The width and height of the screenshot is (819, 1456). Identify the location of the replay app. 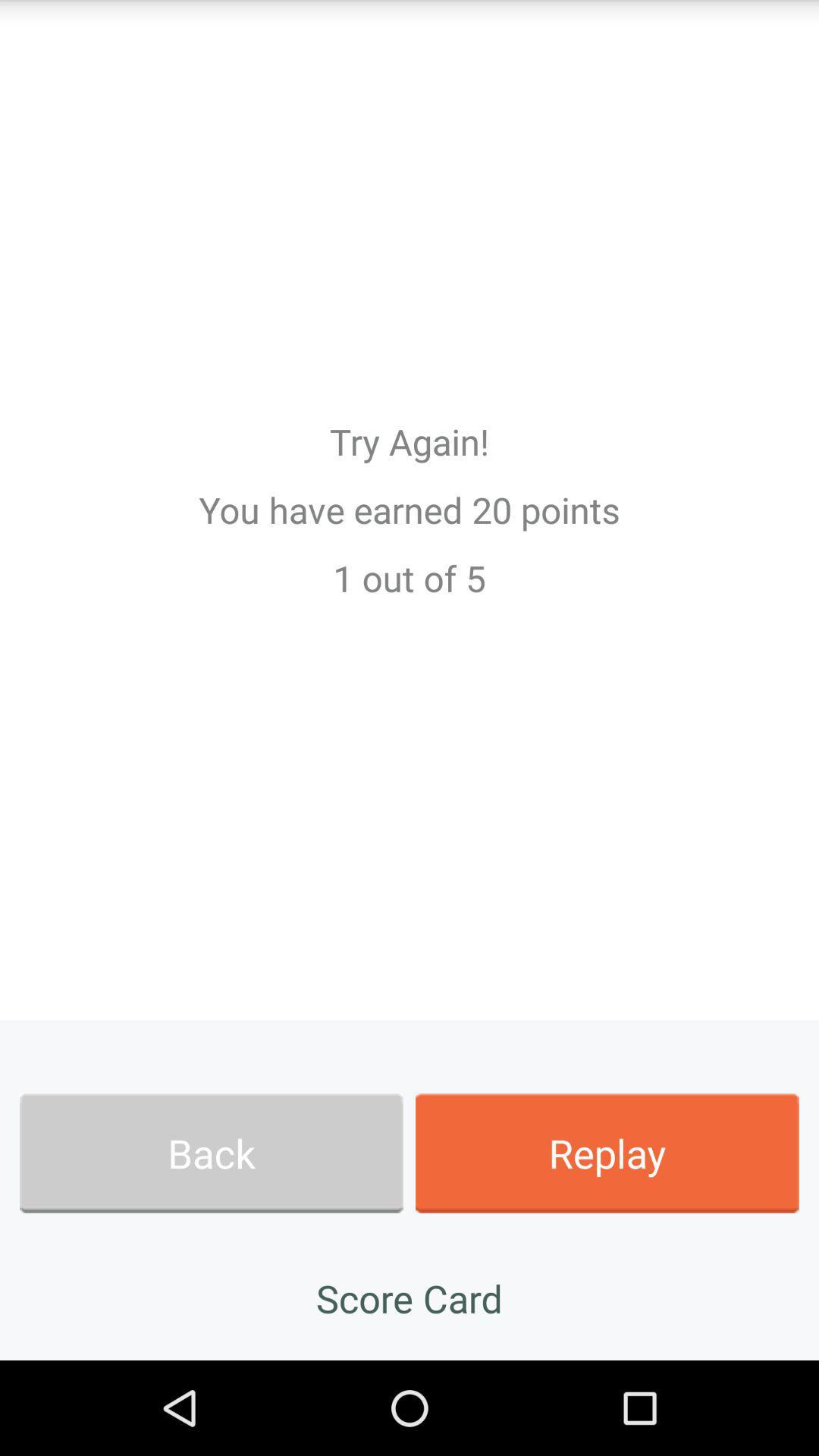
(607, 1153).